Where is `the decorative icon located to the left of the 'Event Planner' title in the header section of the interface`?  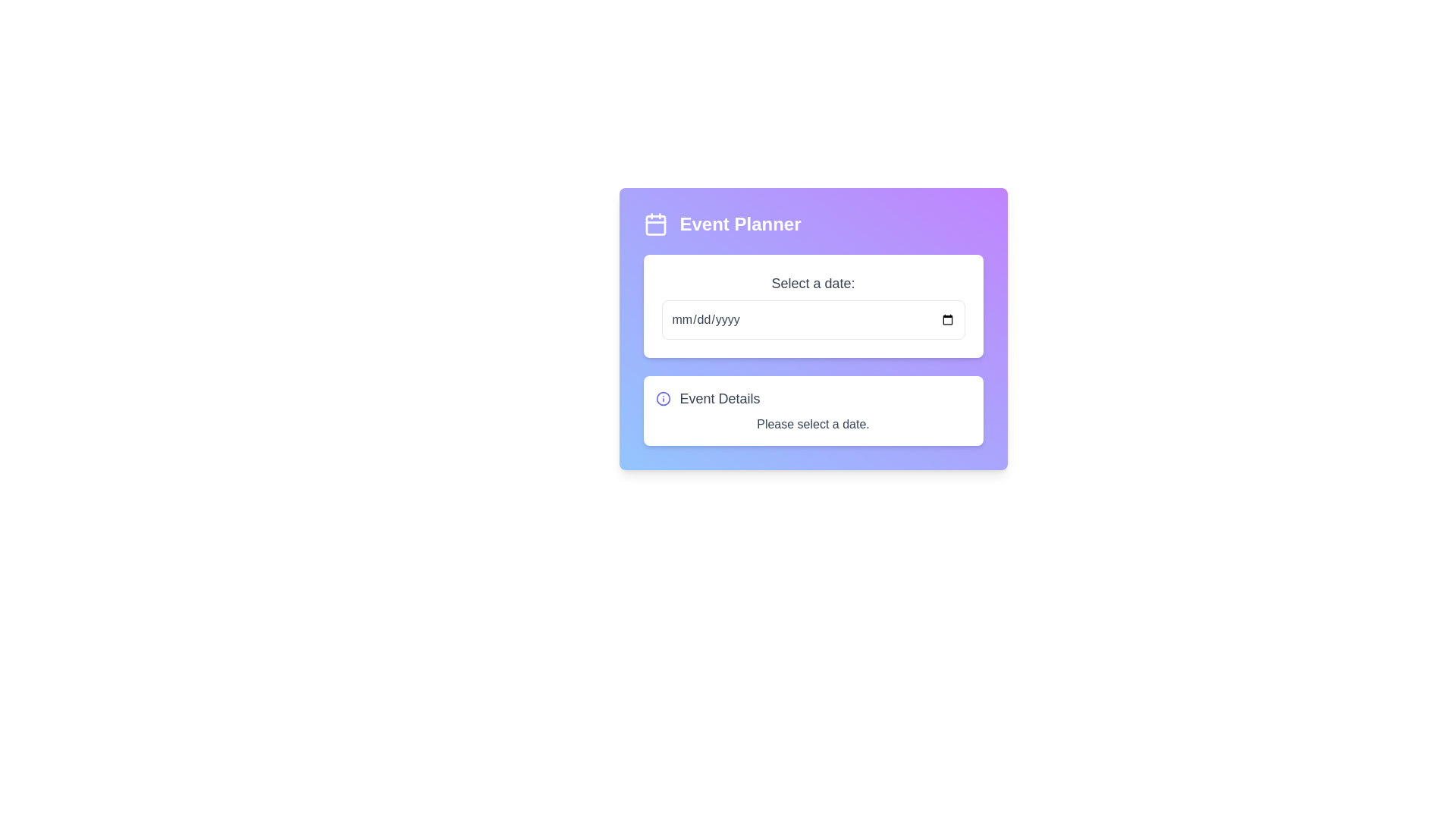 the decorative icon located to the left of the 'Event Planner' title in the header section of the interface is located at coordinates (655, 224).